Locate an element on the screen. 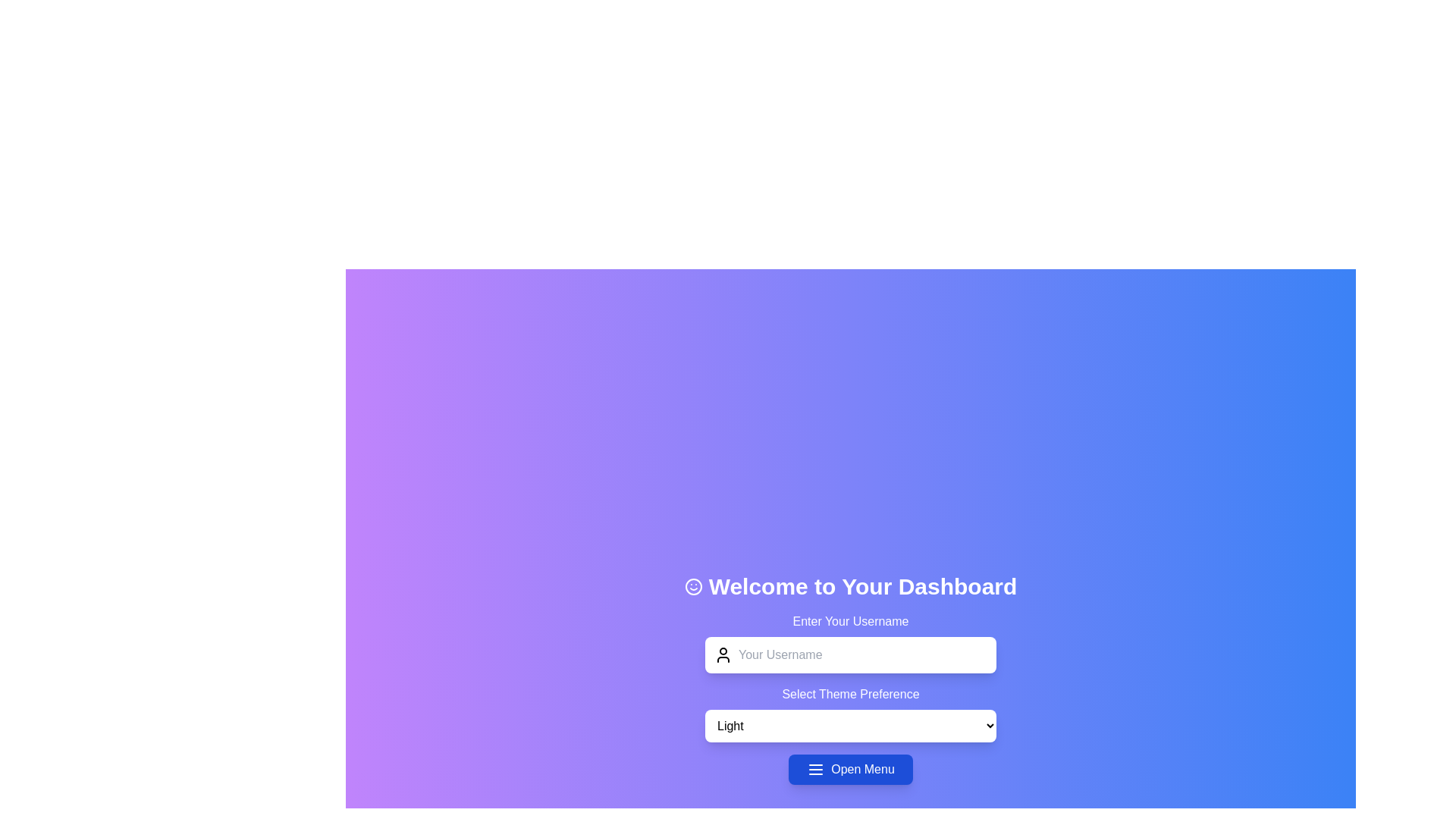 This screenshot has height=819, width=1456. the dropdown menu for theme selection located centrally in the interface, below the username input field and above the 'Open Menu' button is located at coordinates (851, 714).